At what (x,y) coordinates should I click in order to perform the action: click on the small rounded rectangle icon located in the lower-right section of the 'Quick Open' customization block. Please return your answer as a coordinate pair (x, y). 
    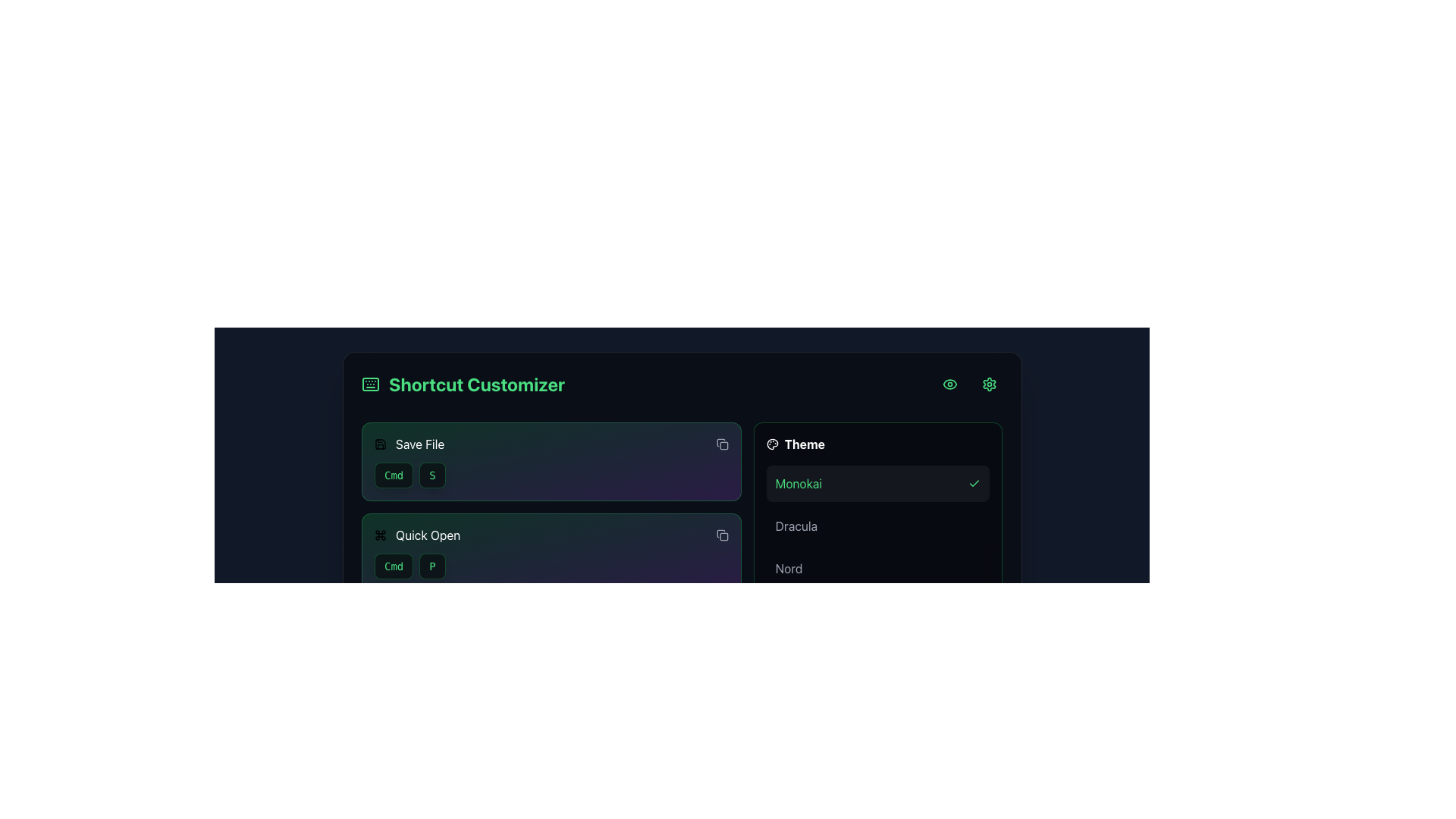
    Looking at the image, I should click on (723, 536).